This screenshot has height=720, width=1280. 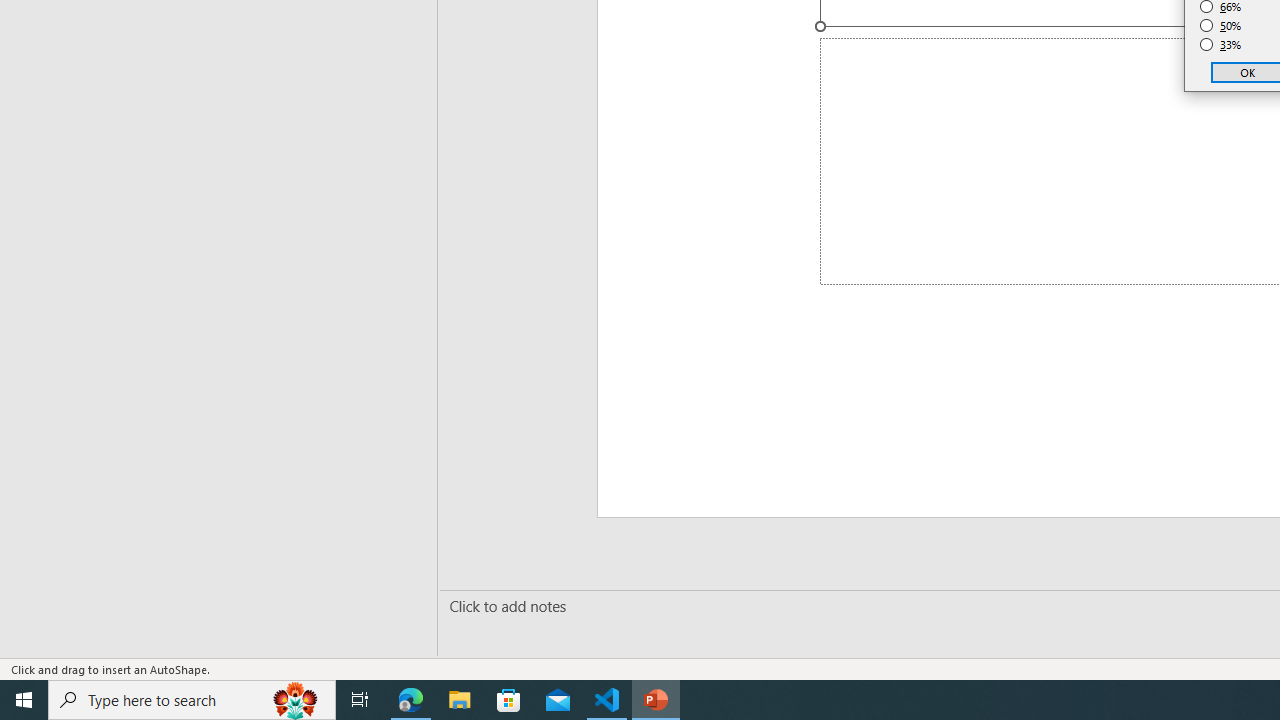 I want to click on '50%', so click(x=1220, y=25).